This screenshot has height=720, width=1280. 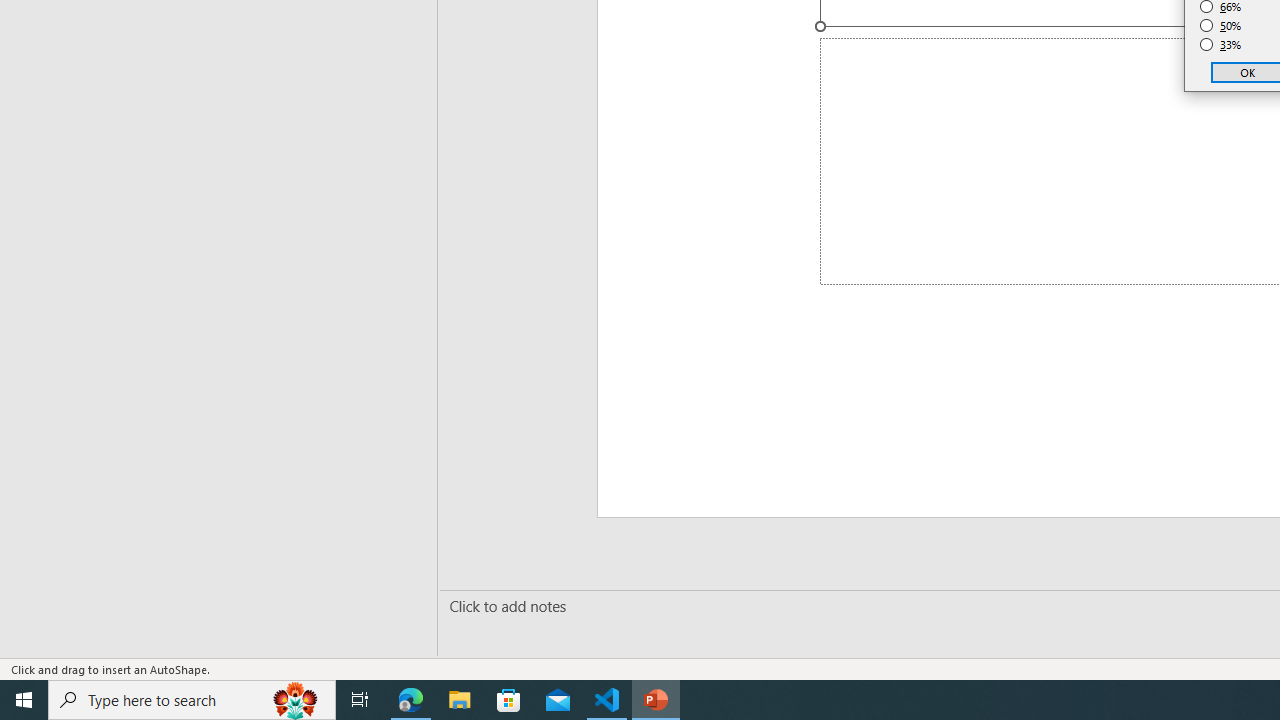 I want to click on '50%', so click(x=1220, y=25).